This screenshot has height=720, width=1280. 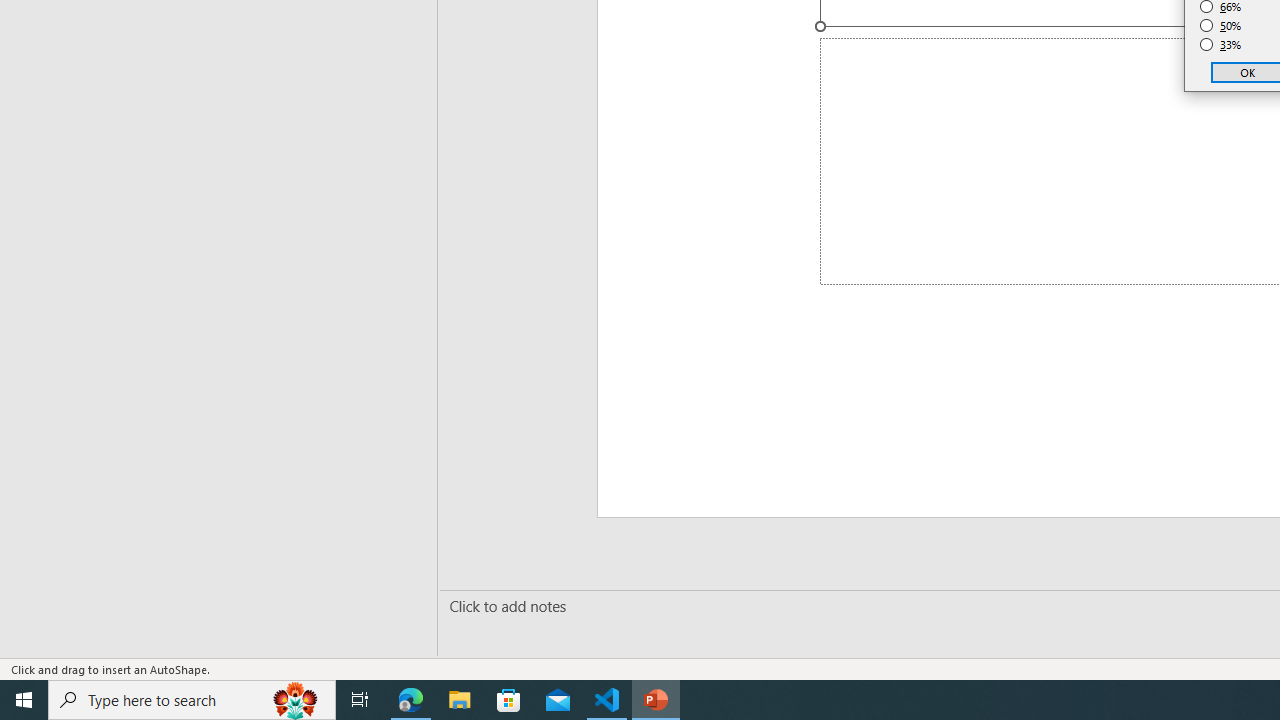 I want to click on '50%', so click(x=1220, y=25).